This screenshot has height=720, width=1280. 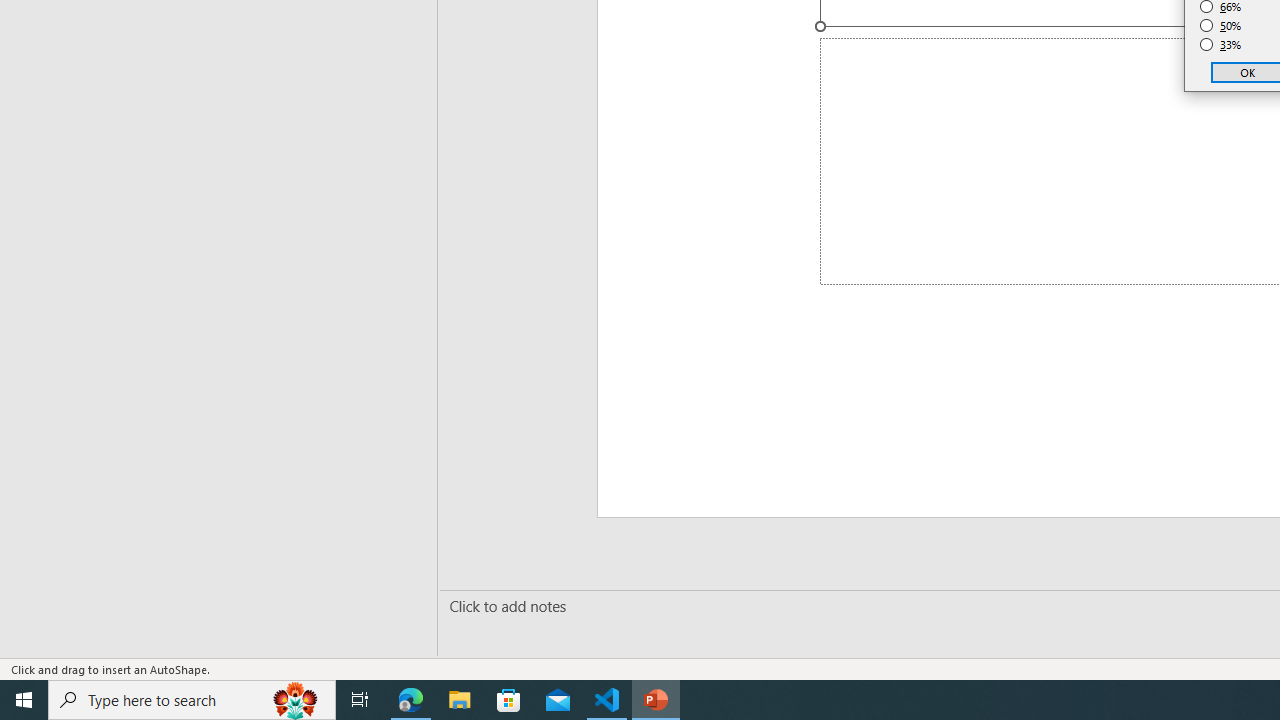 I want to click on '50%', so click(x=1220, y=25).